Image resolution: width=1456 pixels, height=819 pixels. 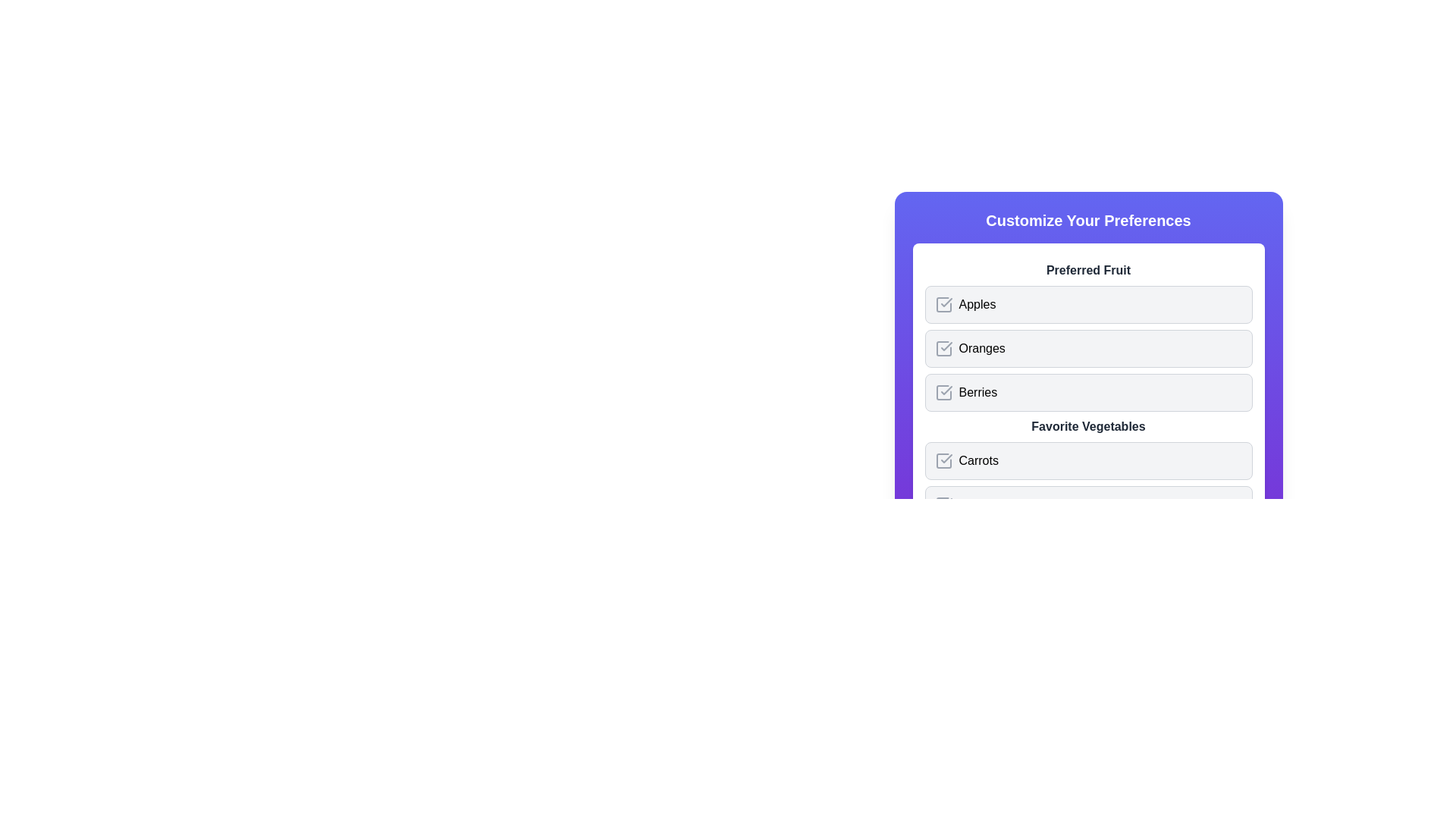 I want to click on the label or text header for the list of vegetables, which is positioned between the 'Berries' option above and the 'Carrots' option below, so click(x=1087, y=427).